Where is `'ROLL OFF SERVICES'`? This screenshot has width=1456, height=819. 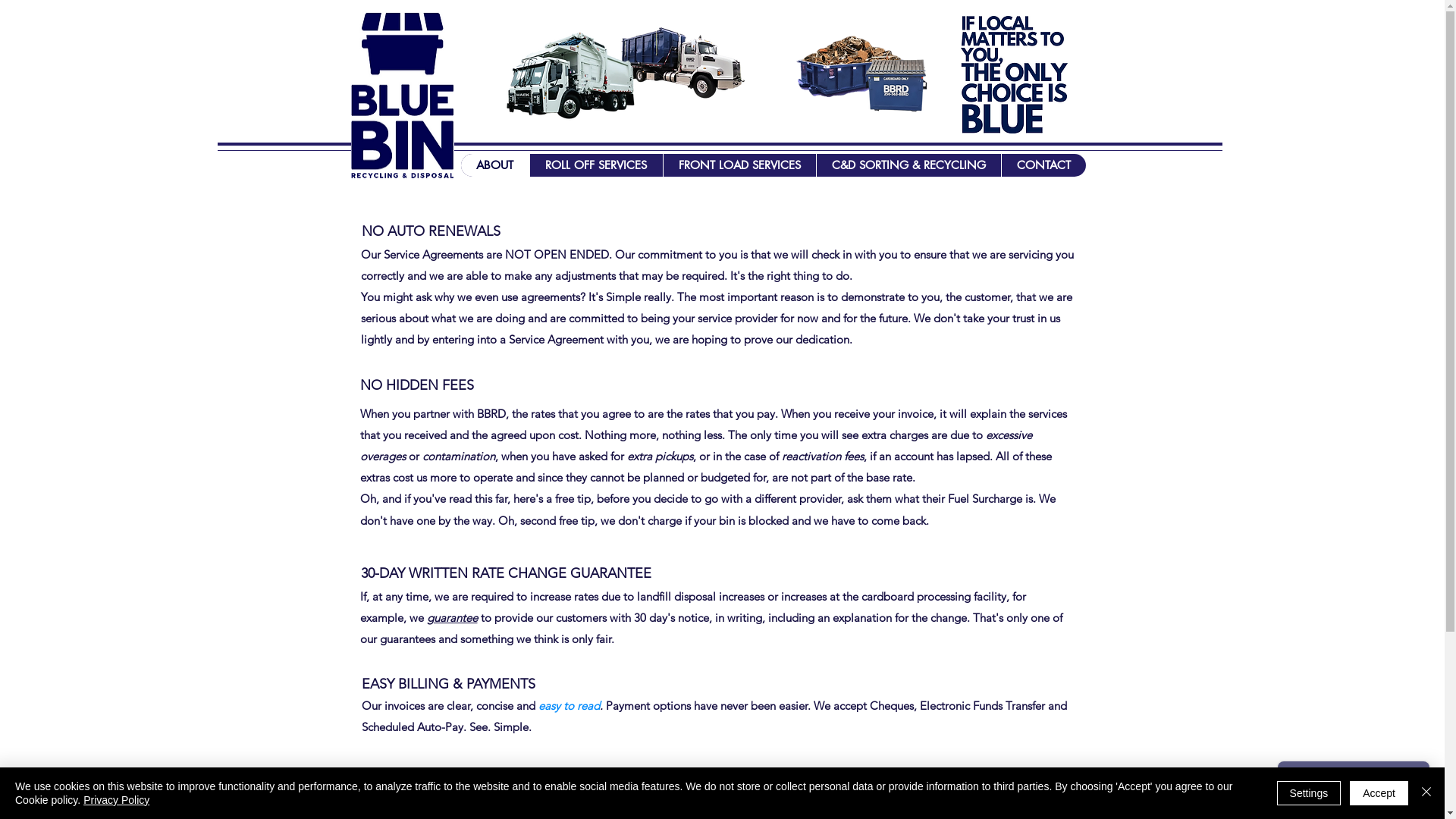 'ROLL OFF SERVICES' is located at coordinates (595, 165).